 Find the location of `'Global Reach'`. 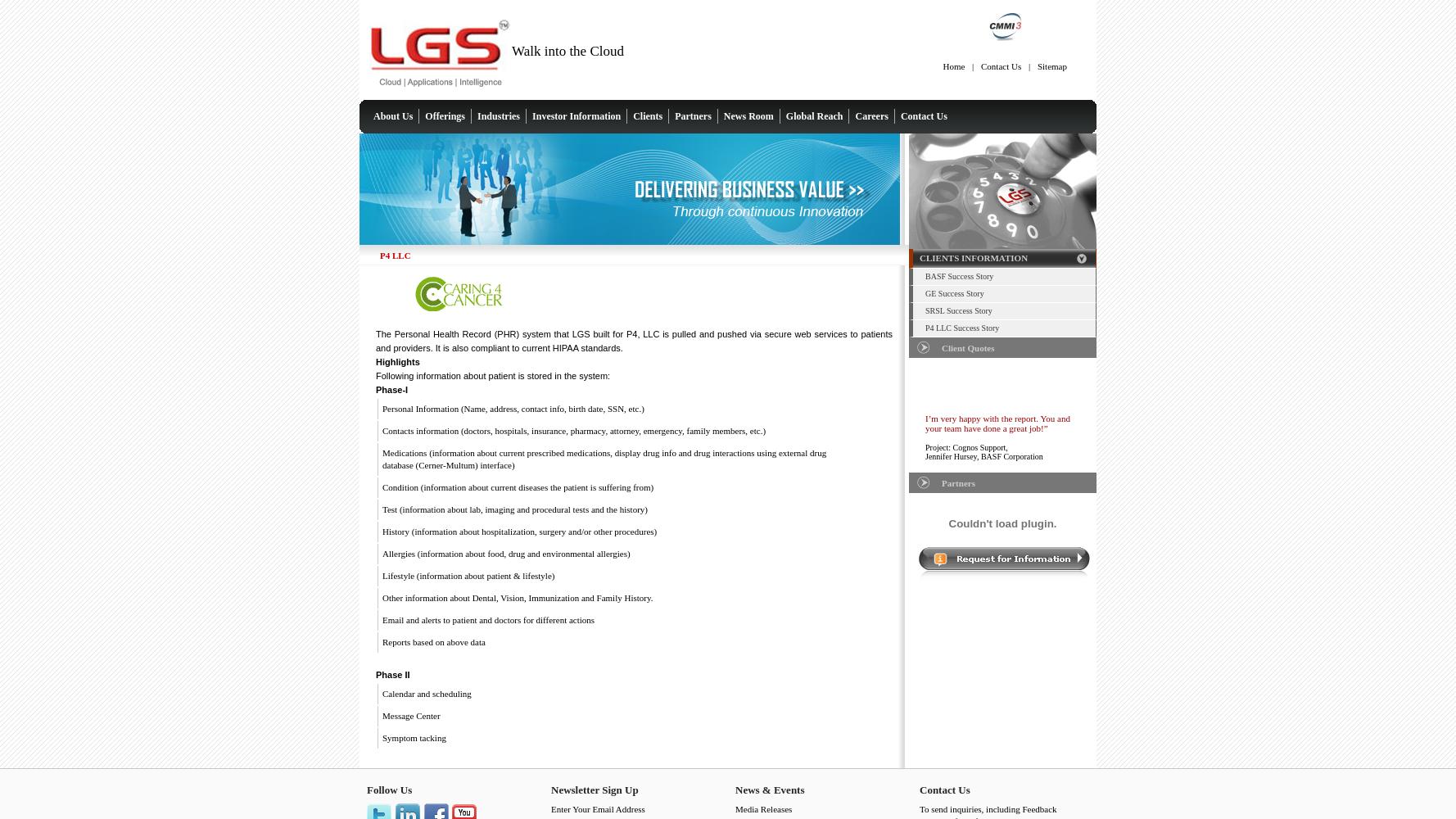

'Global Reach' is located at coordinates (813, 116).